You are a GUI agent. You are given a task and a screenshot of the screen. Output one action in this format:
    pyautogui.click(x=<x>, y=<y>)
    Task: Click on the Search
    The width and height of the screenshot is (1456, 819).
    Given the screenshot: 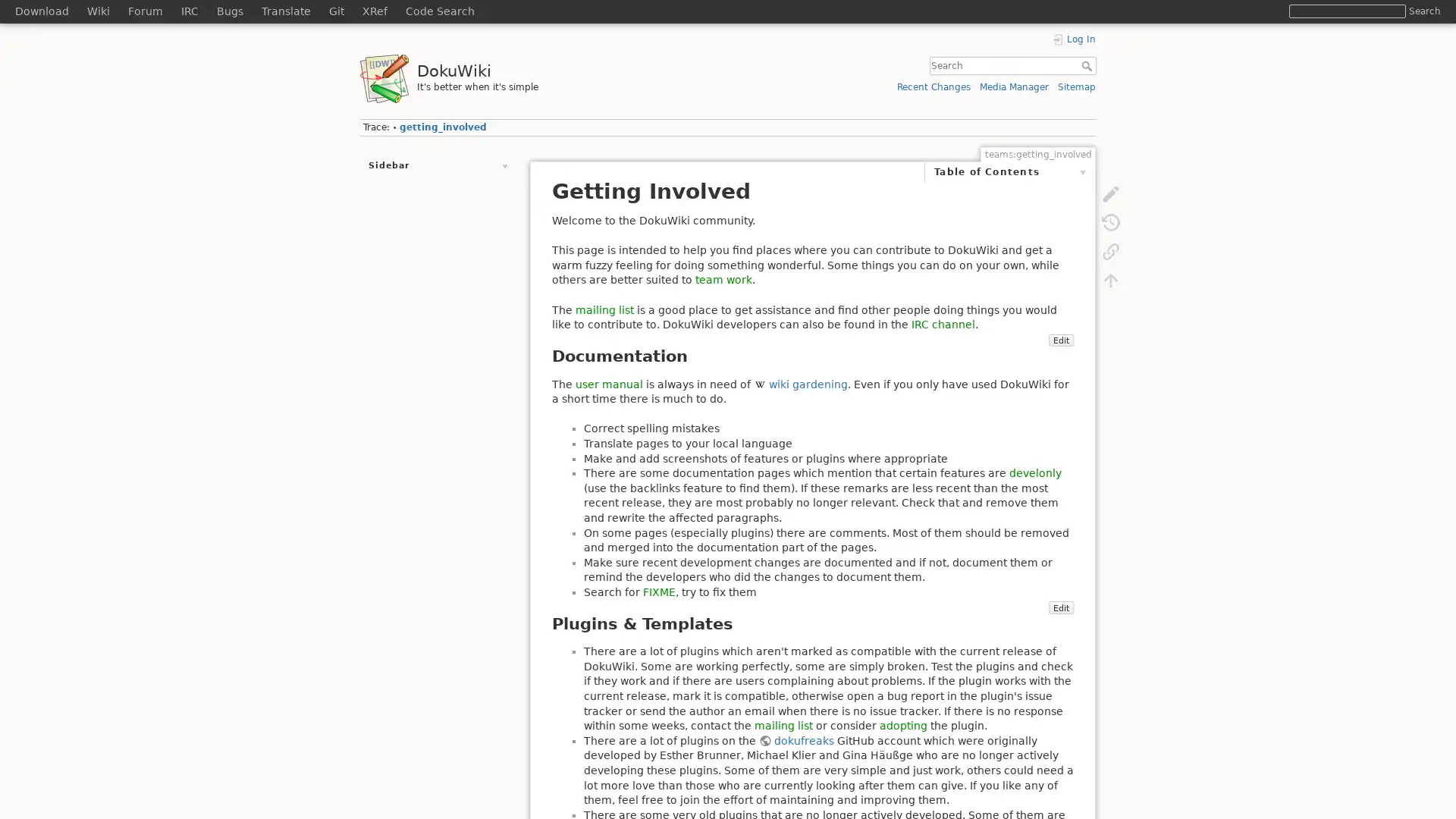 What is the action you would take?
    pyautogui.click(x=1423, y=11)
    